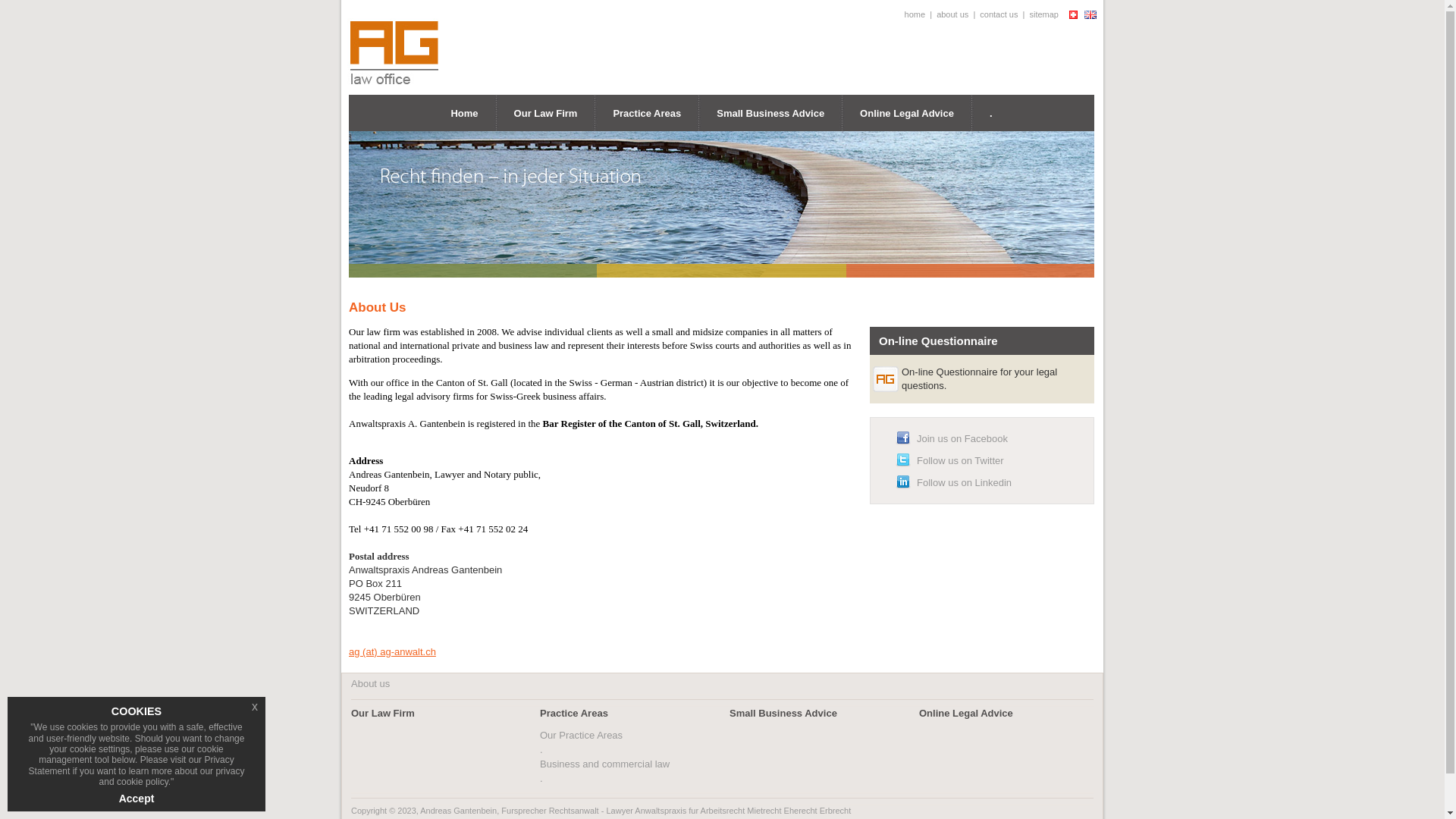 The width and height of the screenshot is (1456, 819). What do you see at coordinates (937, 340) in the screenshot?
I see `'On-line Questionnaire'` at bounding box center [937, 340].